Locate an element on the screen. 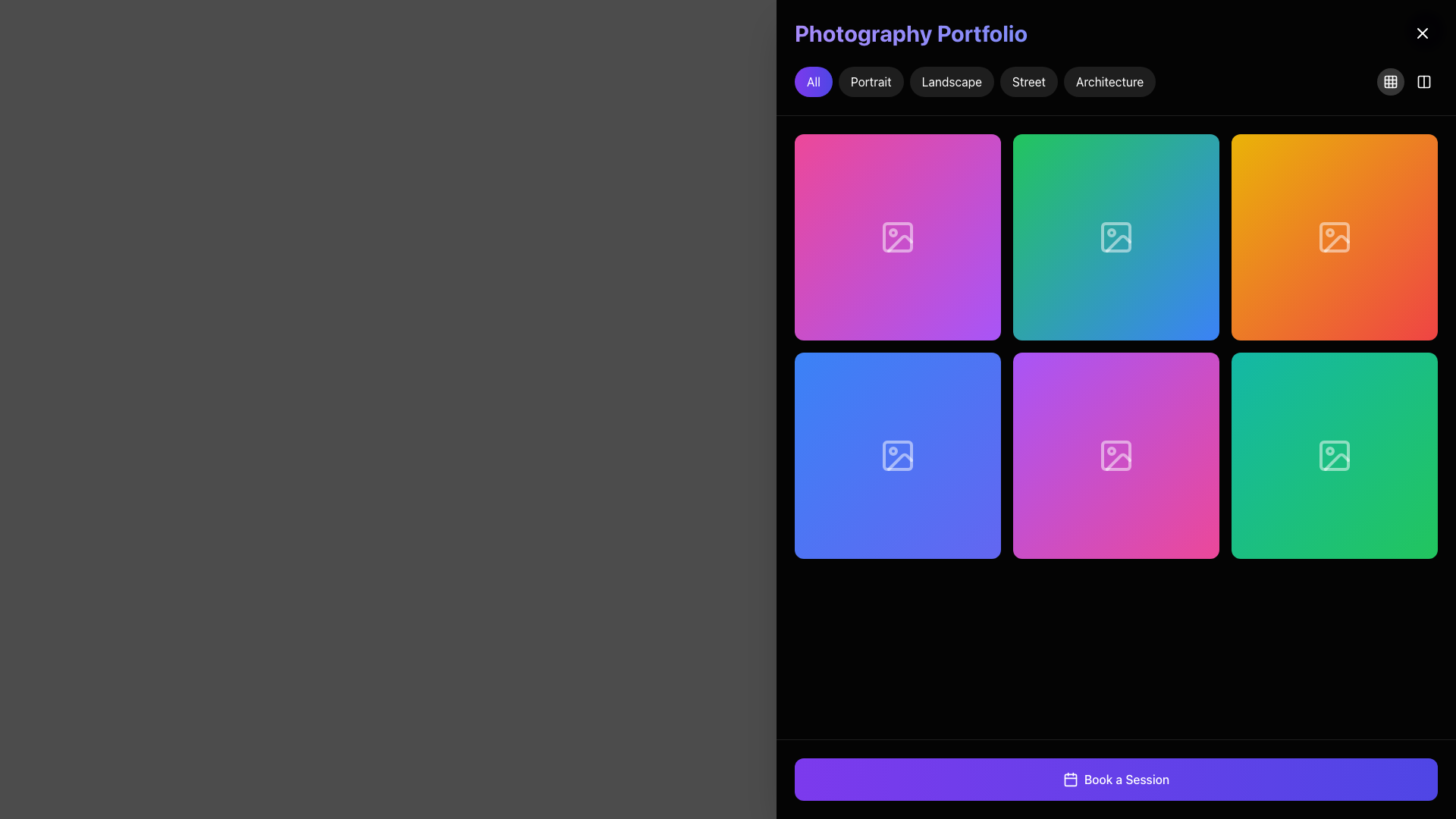 Image resolution: width=1456 pixels, height=819 pixels. the visual tile or card is located at coordinates (898, 455).